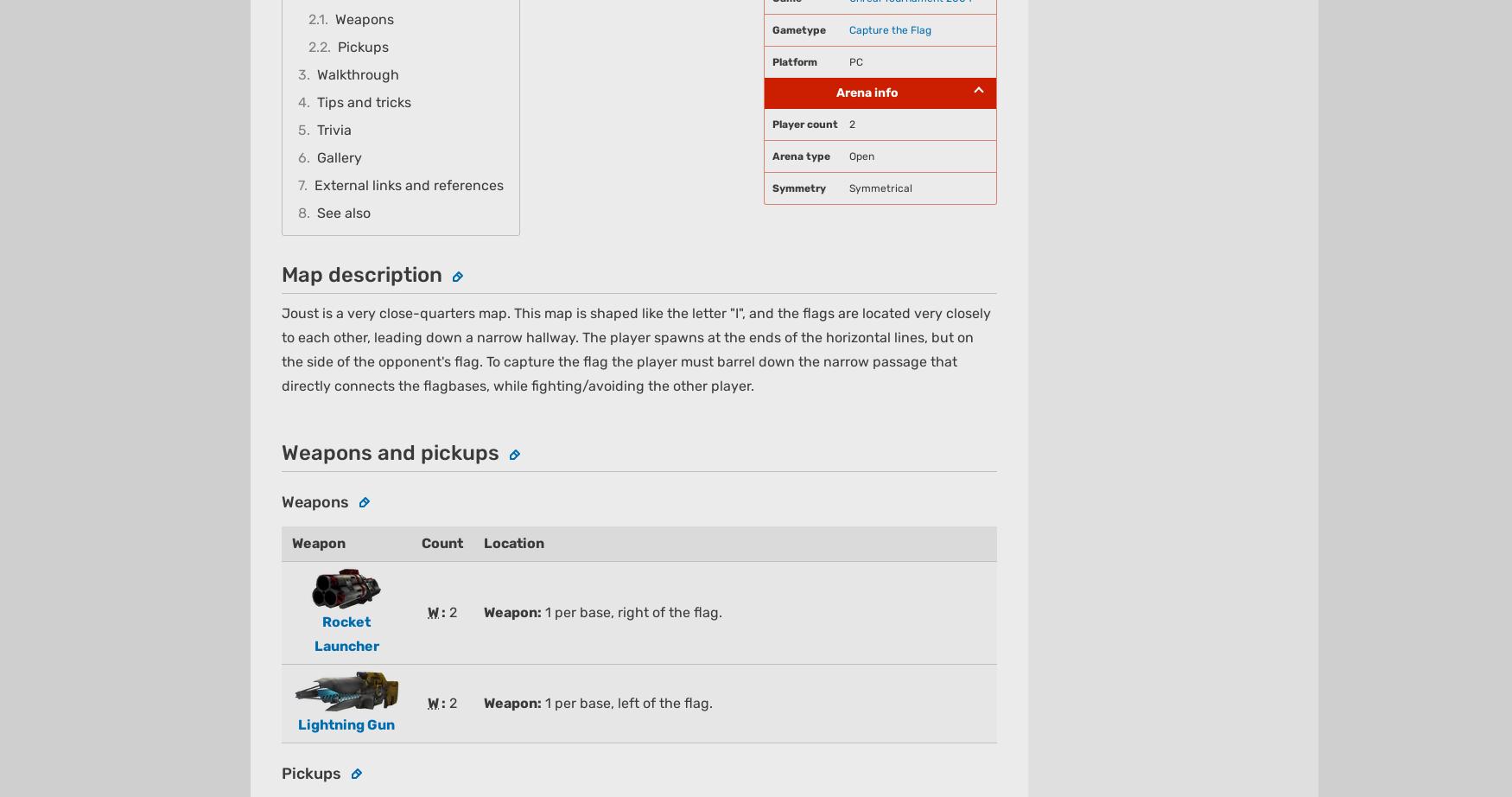  I want to click on 'About', so click(575, 729).